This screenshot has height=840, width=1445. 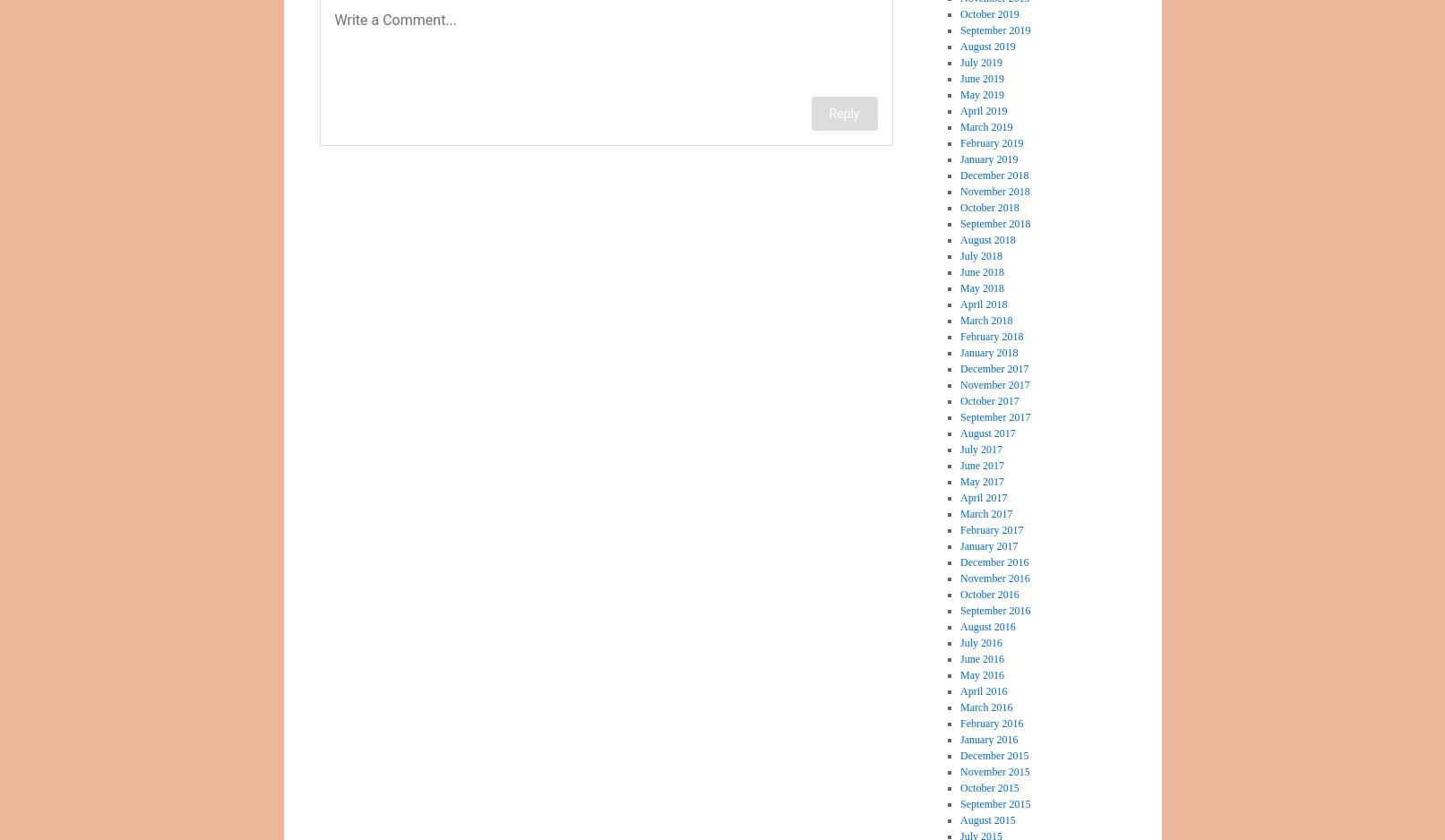 I want to click on 'June 2018', so click(x=959, y=271).